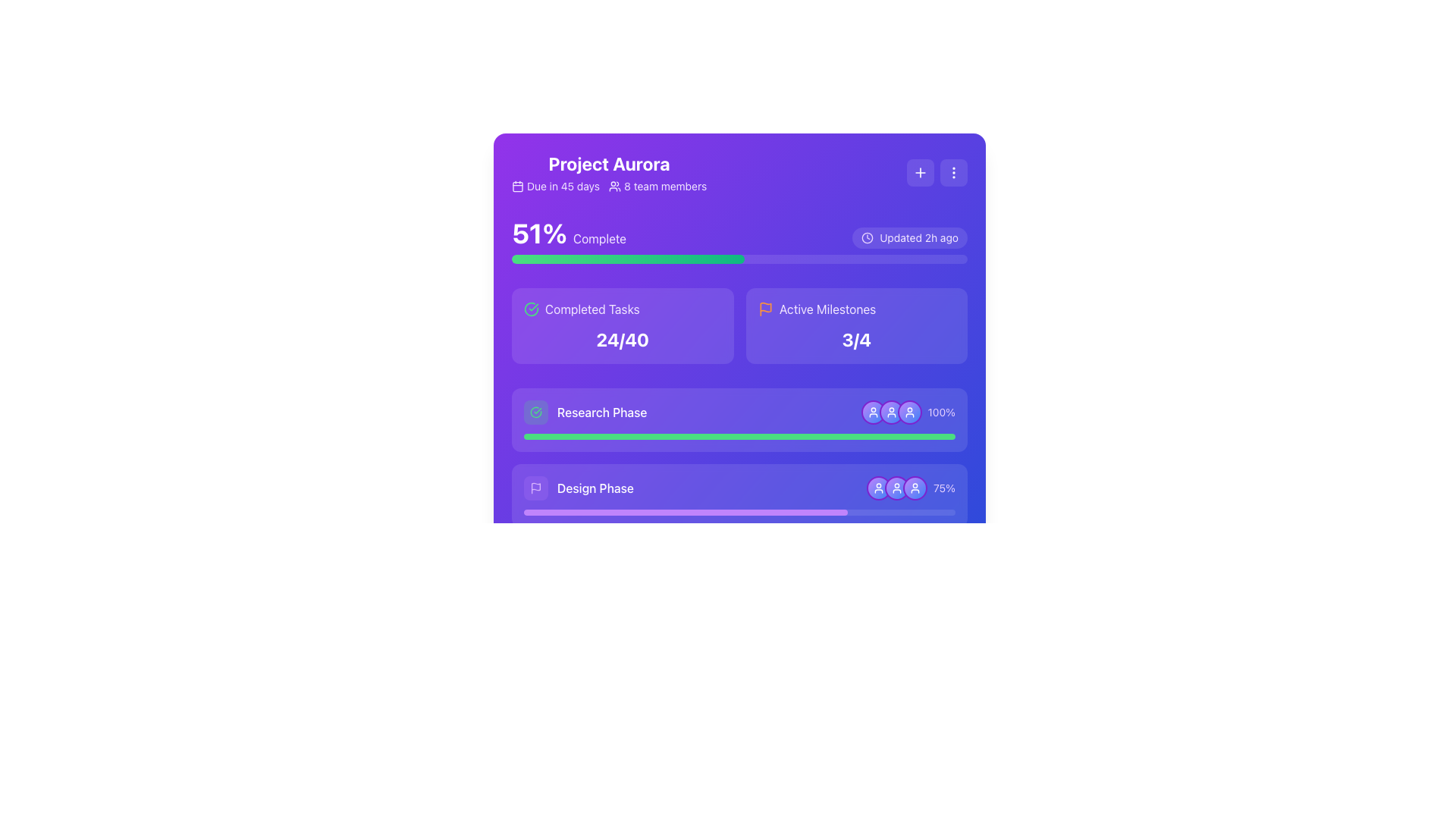 This screenshot has width=1456, height=819. What do you see at coordinates (918, 237) in the screenshot?
I see `the displayed update time on the text label located at the top-right corner of the interface, which provides the last update timestamp for the associated project or data set` at bounding box center [918, 237].